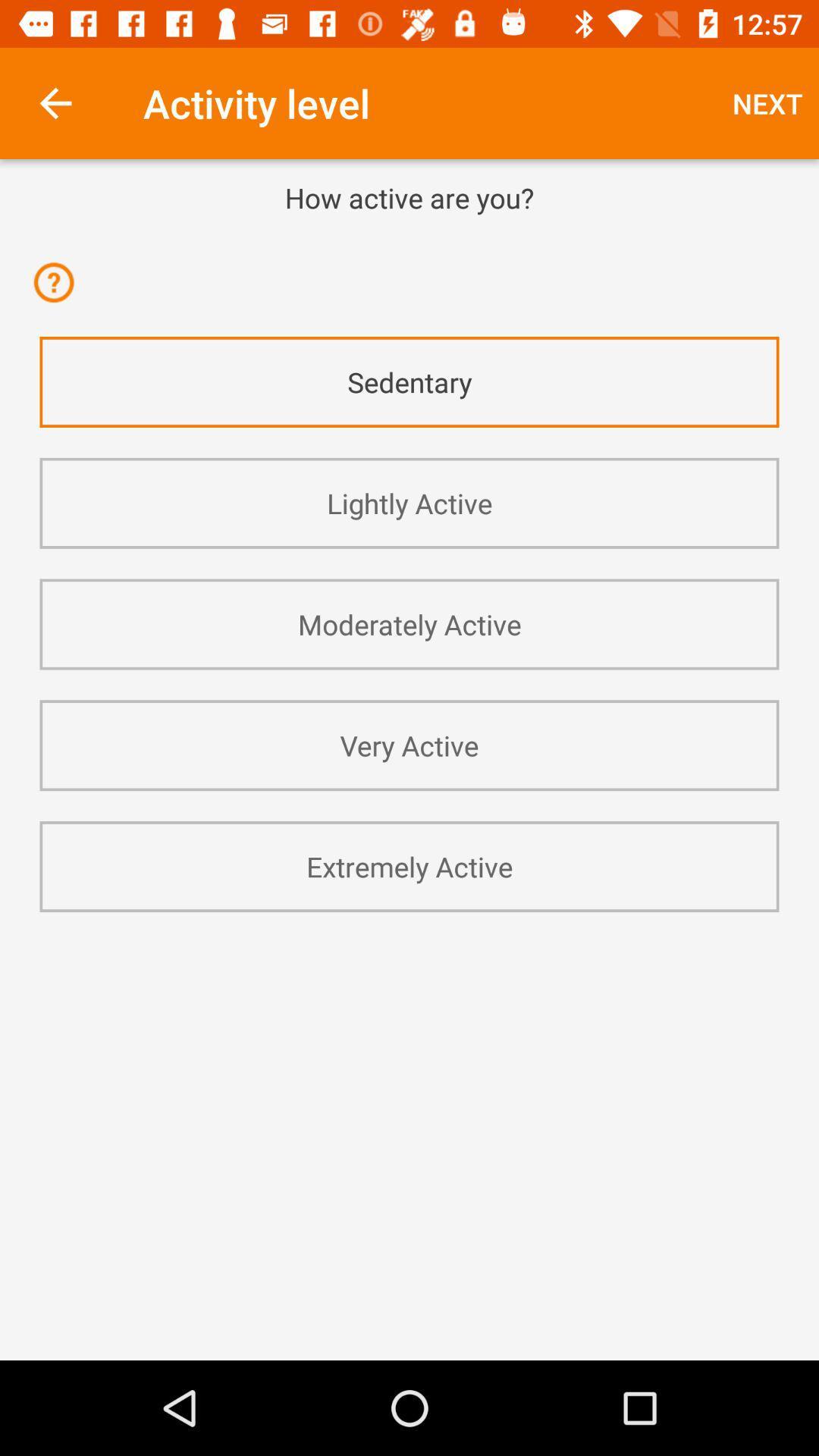  What do you see at coordinates (409, 866) in the screenshot?
I see `the extremely active icon` at bounding box center [409, 866].